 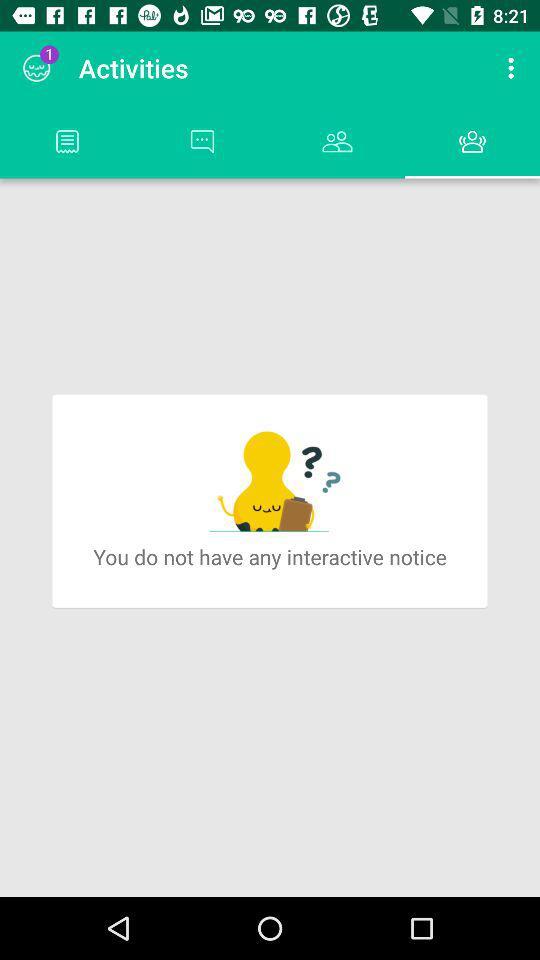 I want to click on app next to activities icon, so click(x=36, y=68).